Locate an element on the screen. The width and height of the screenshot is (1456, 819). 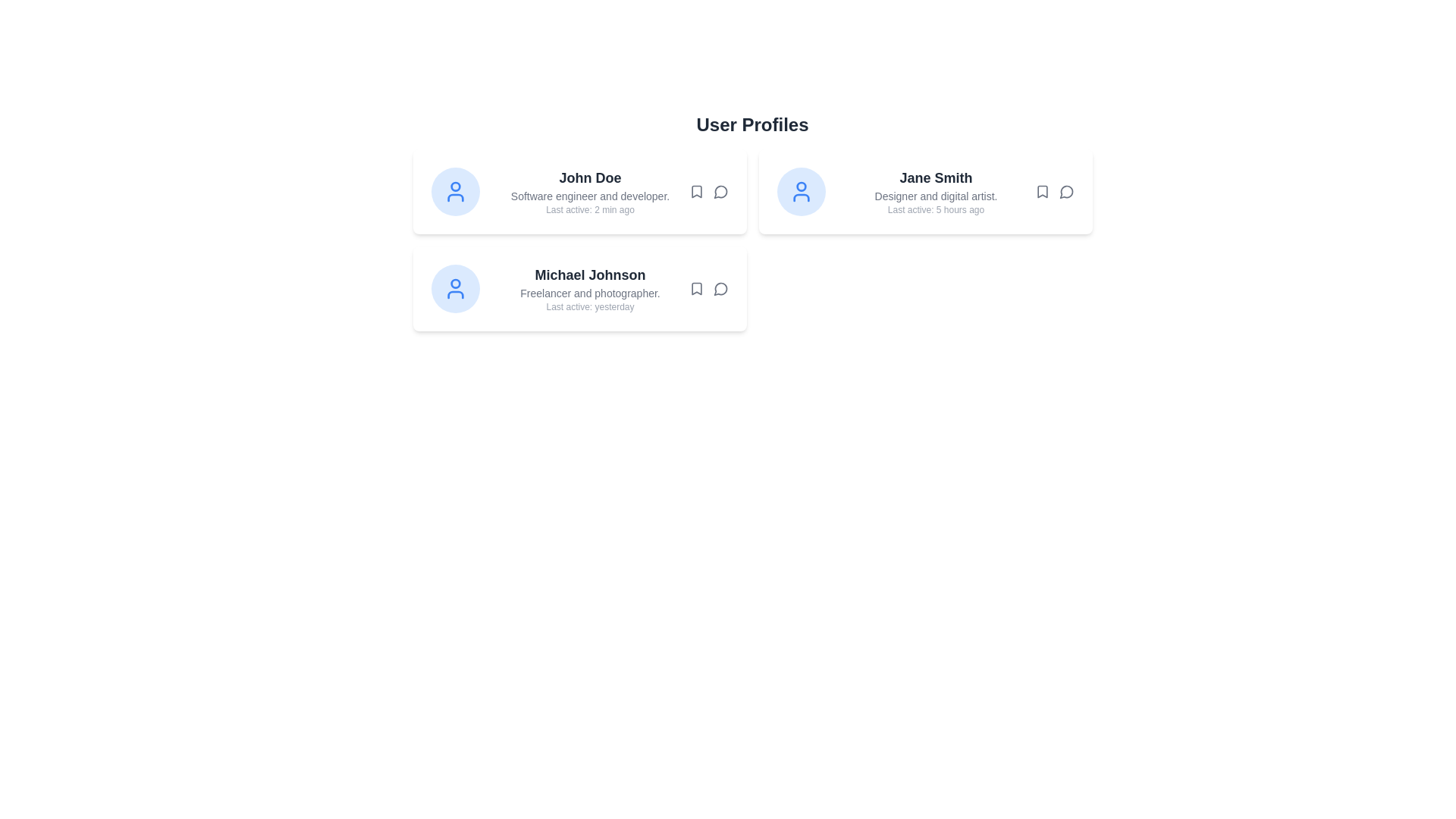
the avatar icon for the user 'Michael Johnson' located in the second row of the user profile cards is located at coordinates (454, 289).